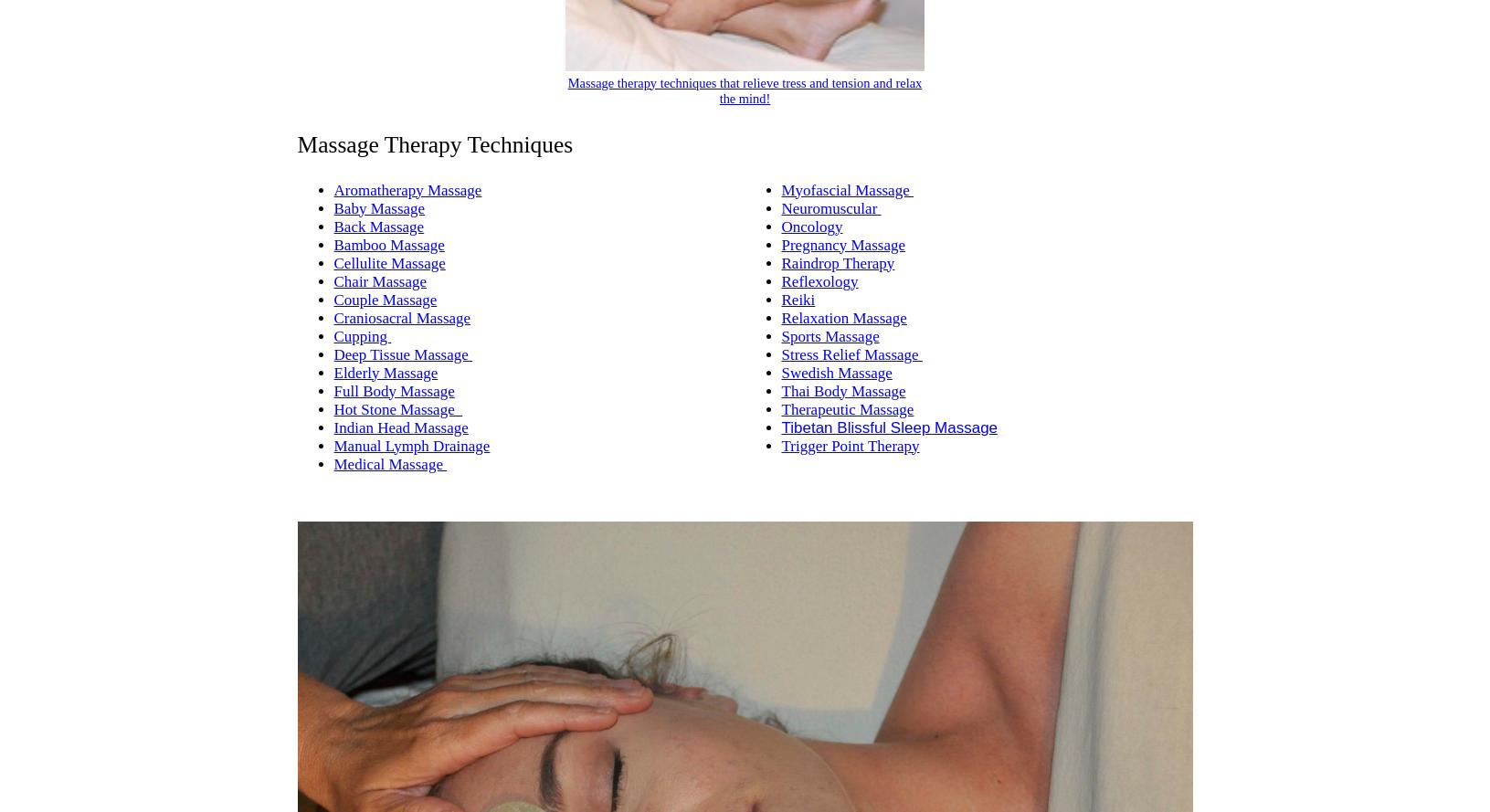 The image size is (1490, 812). Describe the element at coordinates (830, 206) in the screenshot. I see `'Neuromuscular'` at that location.